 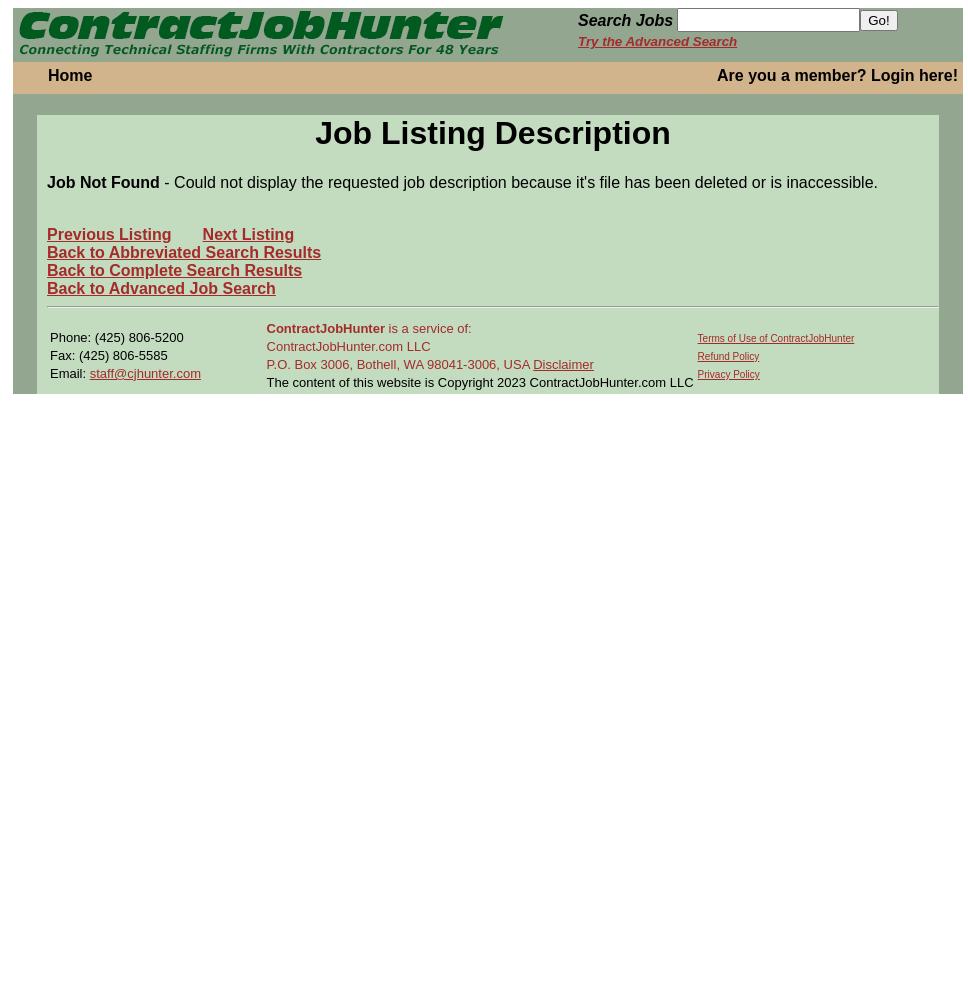 I want to click on 'P.O. Box 3006, Bothell, WA 98041-3006, USA', so click(x=266, y=362).